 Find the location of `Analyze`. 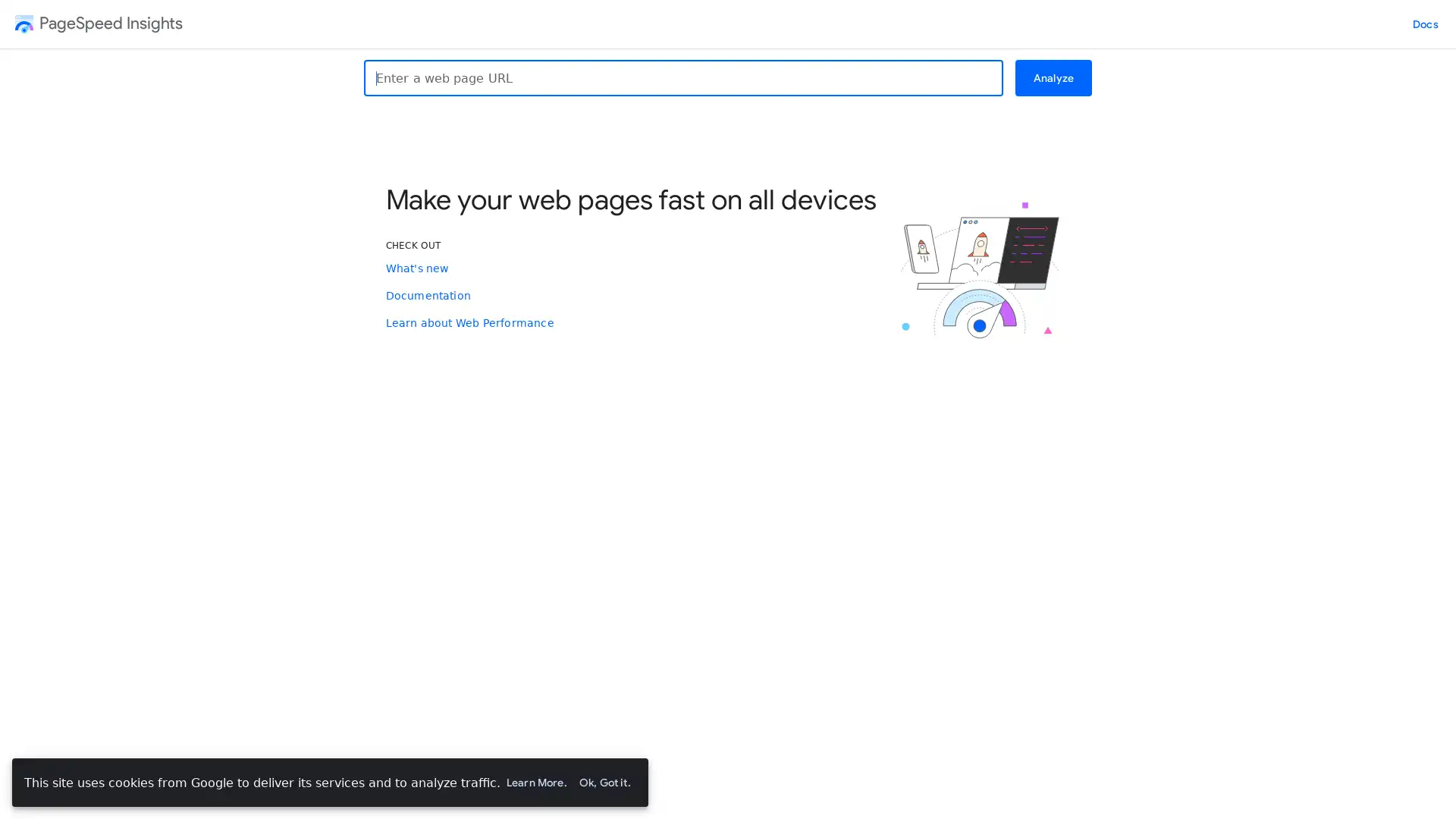

Analyze is located at coordinates (1052, 78).